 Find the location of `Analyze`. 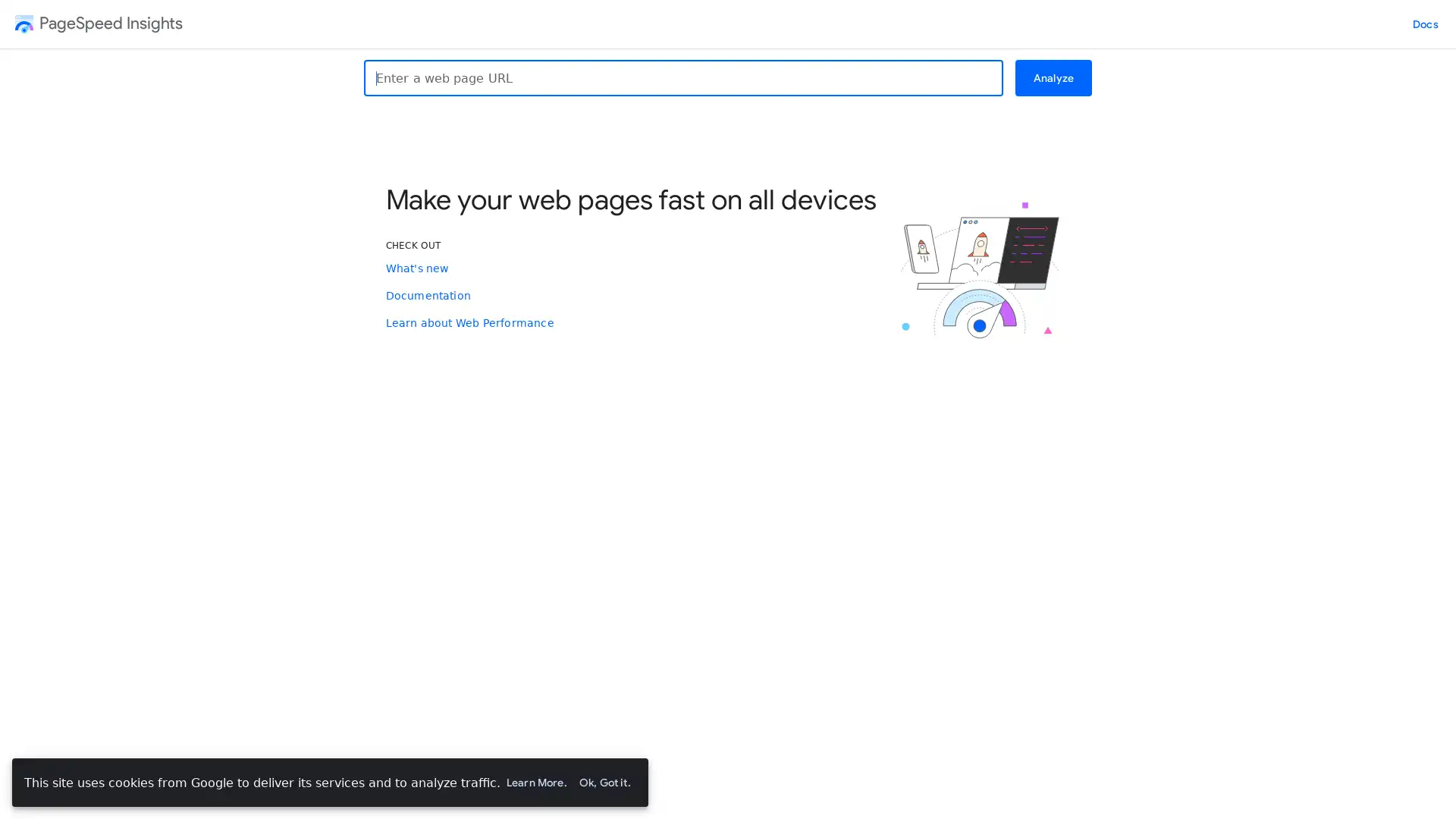

Analyze is located at coordinates (1052, 78).